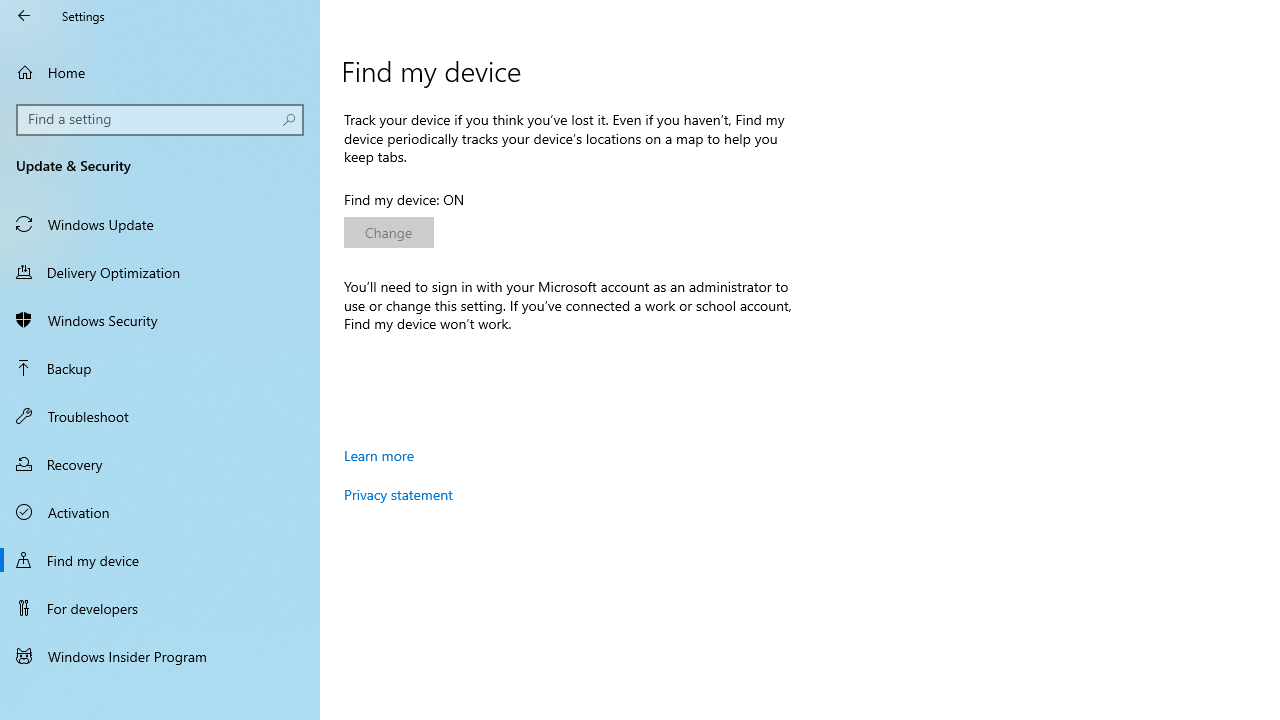  I want to click on 'Find my device', so click(160, 559).